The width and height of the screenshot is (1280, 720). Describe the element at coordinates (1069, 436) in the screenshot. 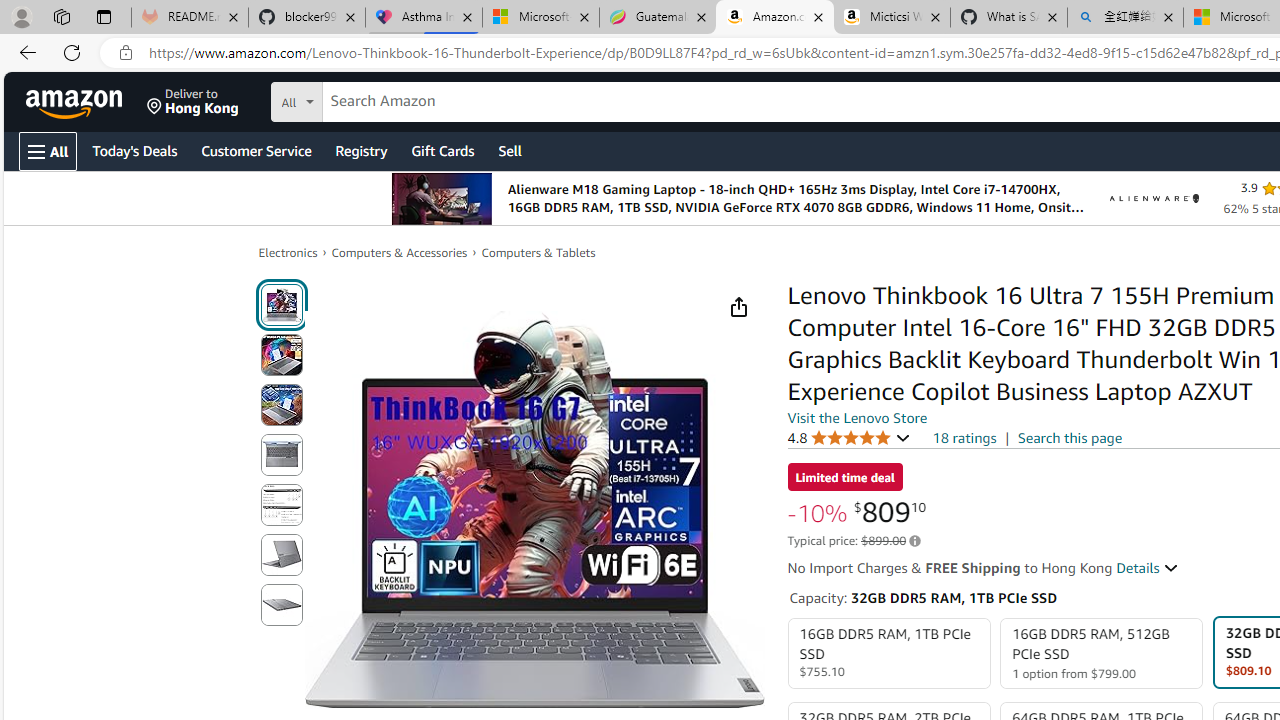

I see `'Search this page'` at that location.